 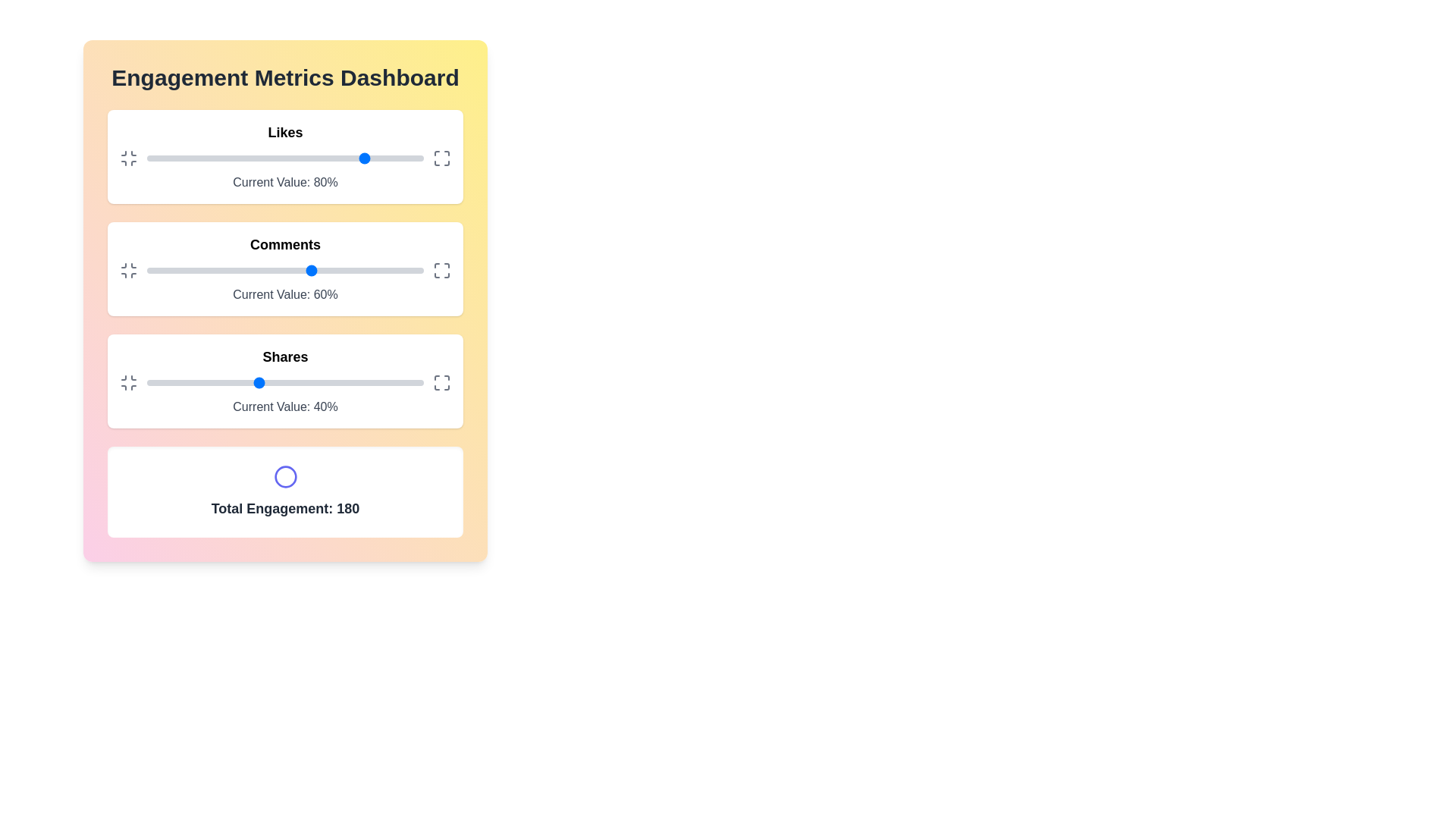 I want to click on the comments slider, so click(x=399, y=270).